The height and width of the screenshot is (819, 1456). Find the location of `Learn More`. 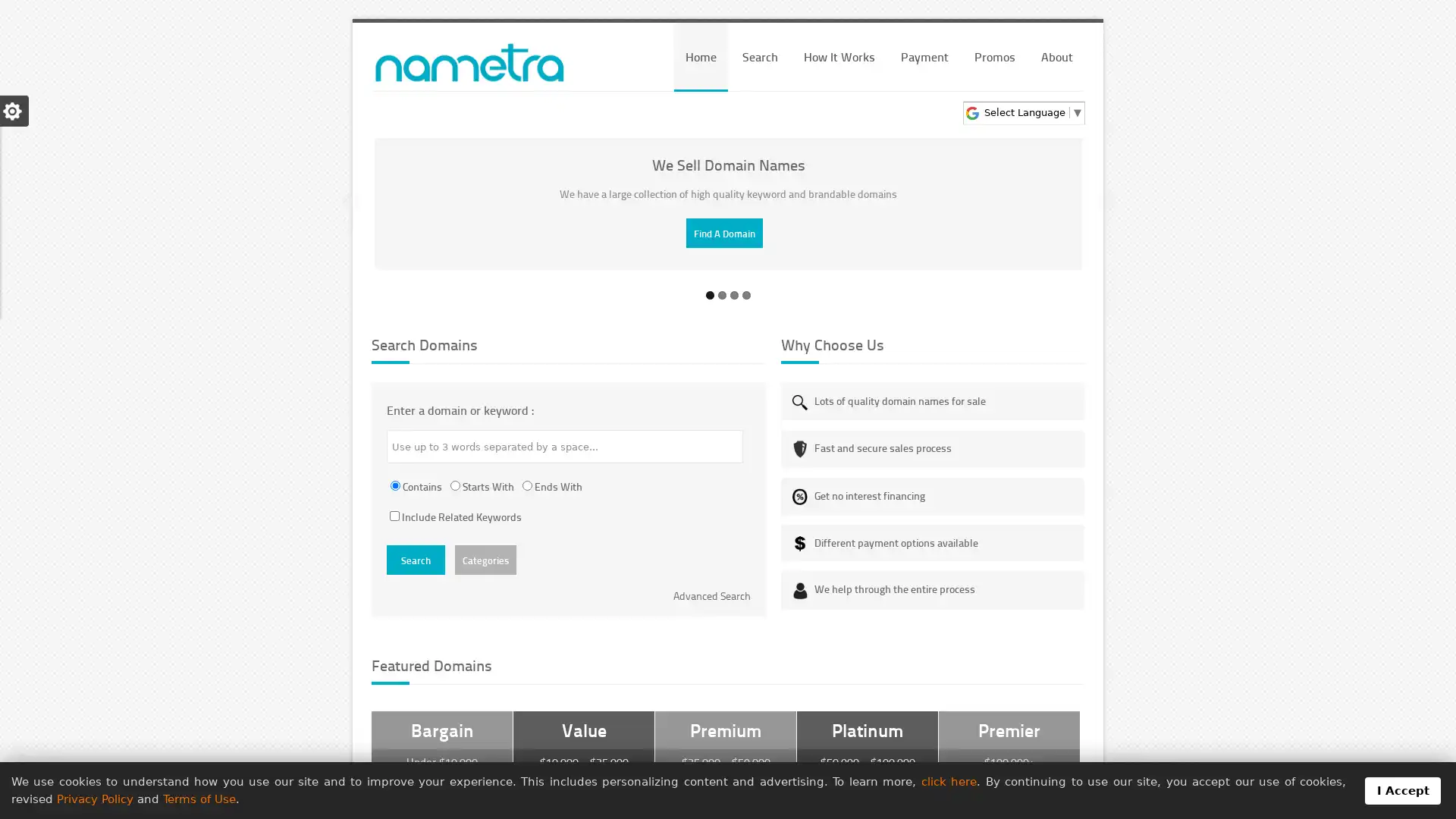

Learn More is located at coordinates (723, 233).